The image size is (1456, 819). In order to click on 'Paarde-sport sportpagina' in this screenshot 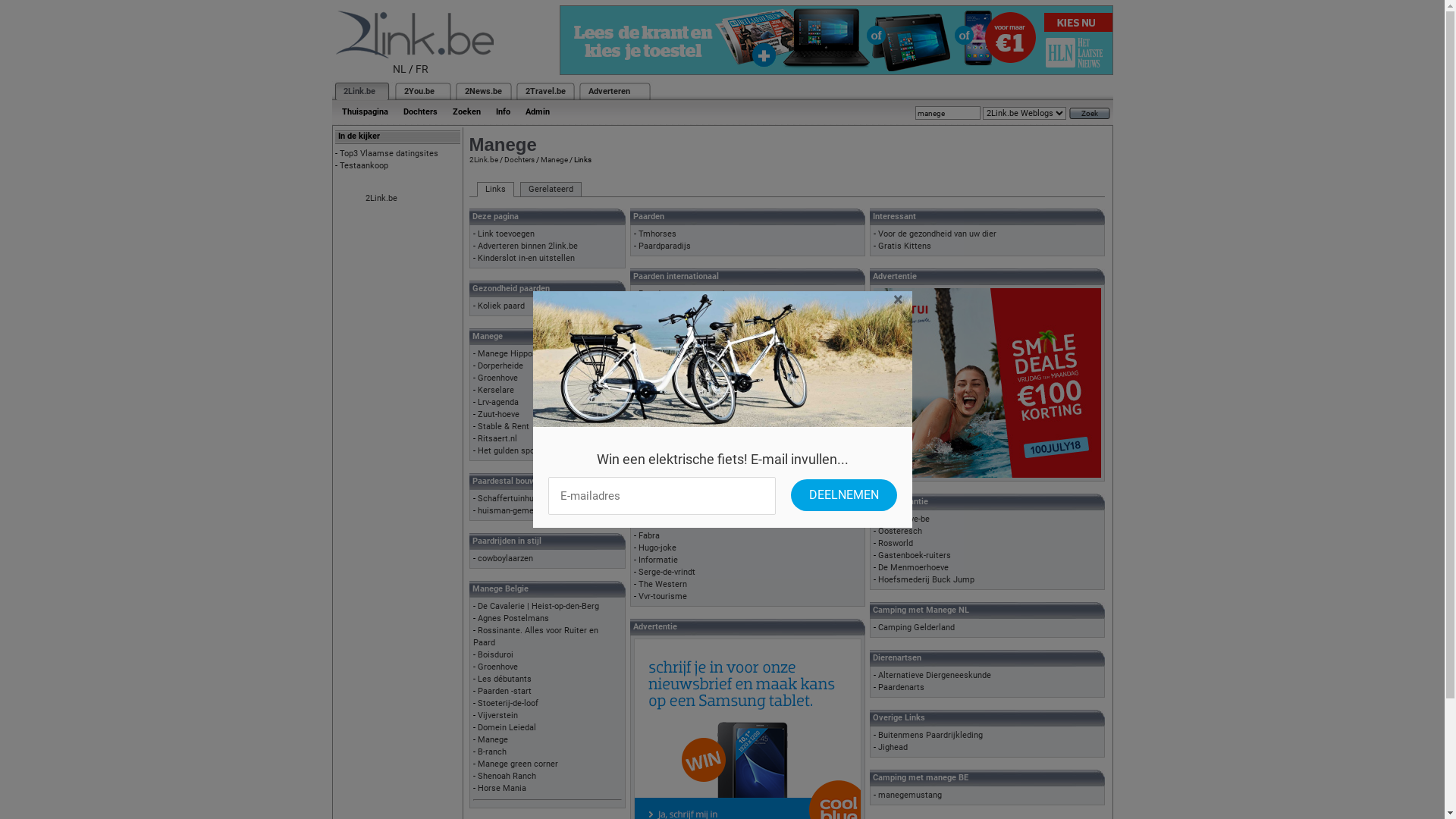, I will do `click(686, 293)`.